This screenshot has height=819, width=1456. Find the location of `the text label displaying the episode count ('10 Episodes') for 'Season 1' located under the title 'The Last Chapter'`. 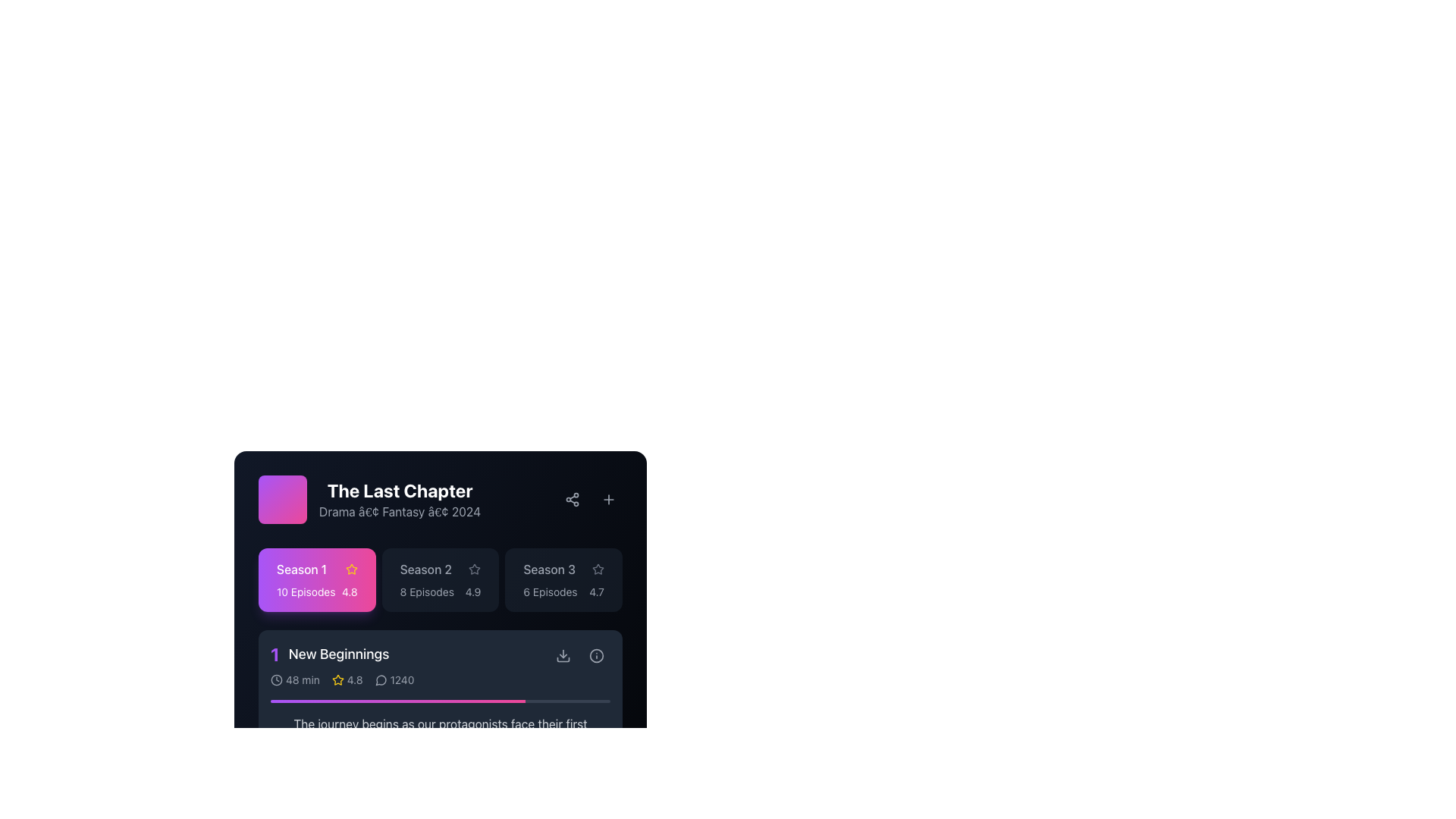

the text label displaying the episode count ('10 Episodes') for 'Season 1' located under the title 'The Last Chapter' is located at coordinates (305, 591).